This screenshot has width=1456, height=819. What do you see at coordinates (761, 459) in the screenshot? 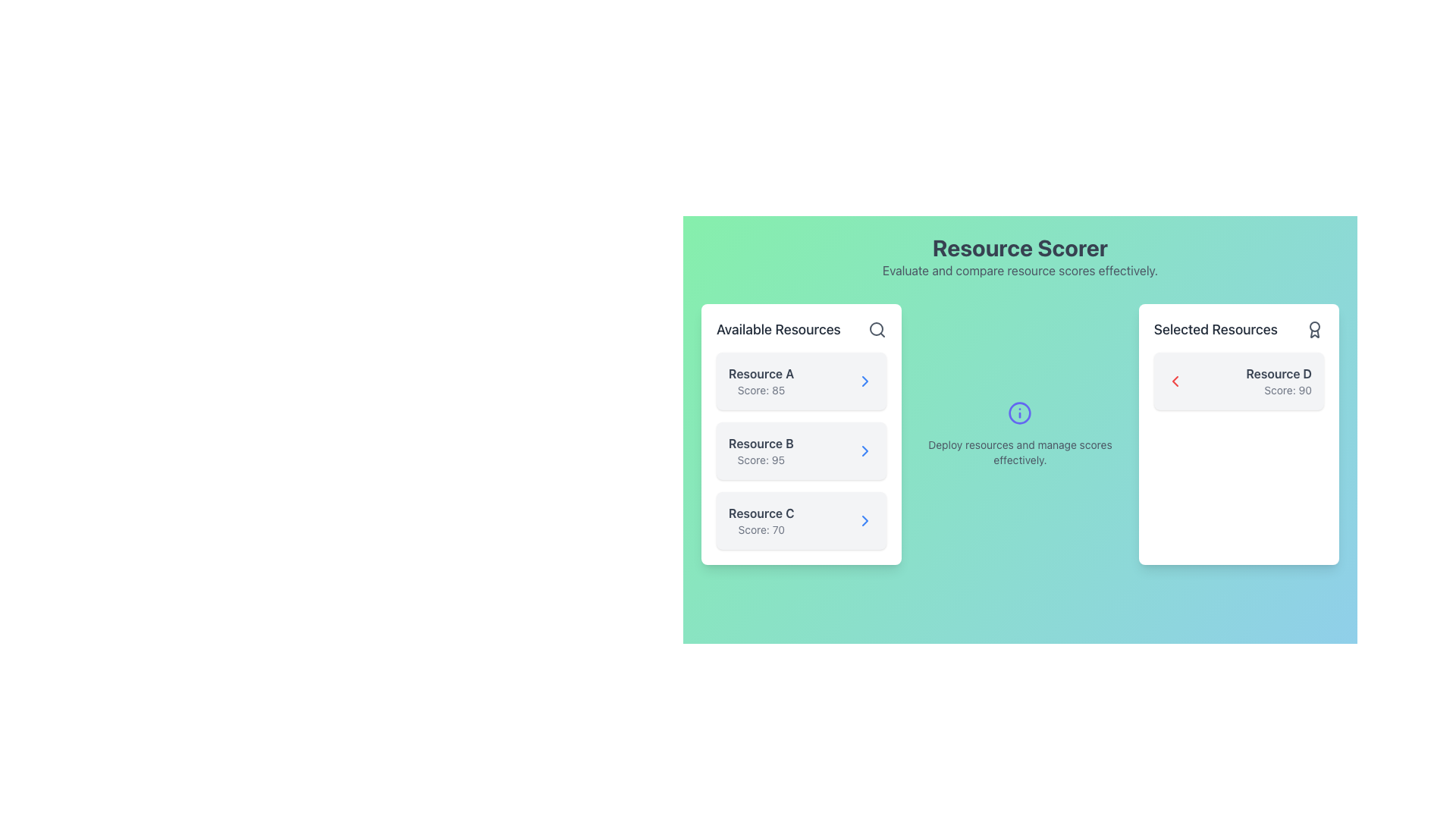
I see `informational text displaying the numeric score associated with 'Resource B', located below its title in the 'Available Resources' section` at bounding box center [761, 459].